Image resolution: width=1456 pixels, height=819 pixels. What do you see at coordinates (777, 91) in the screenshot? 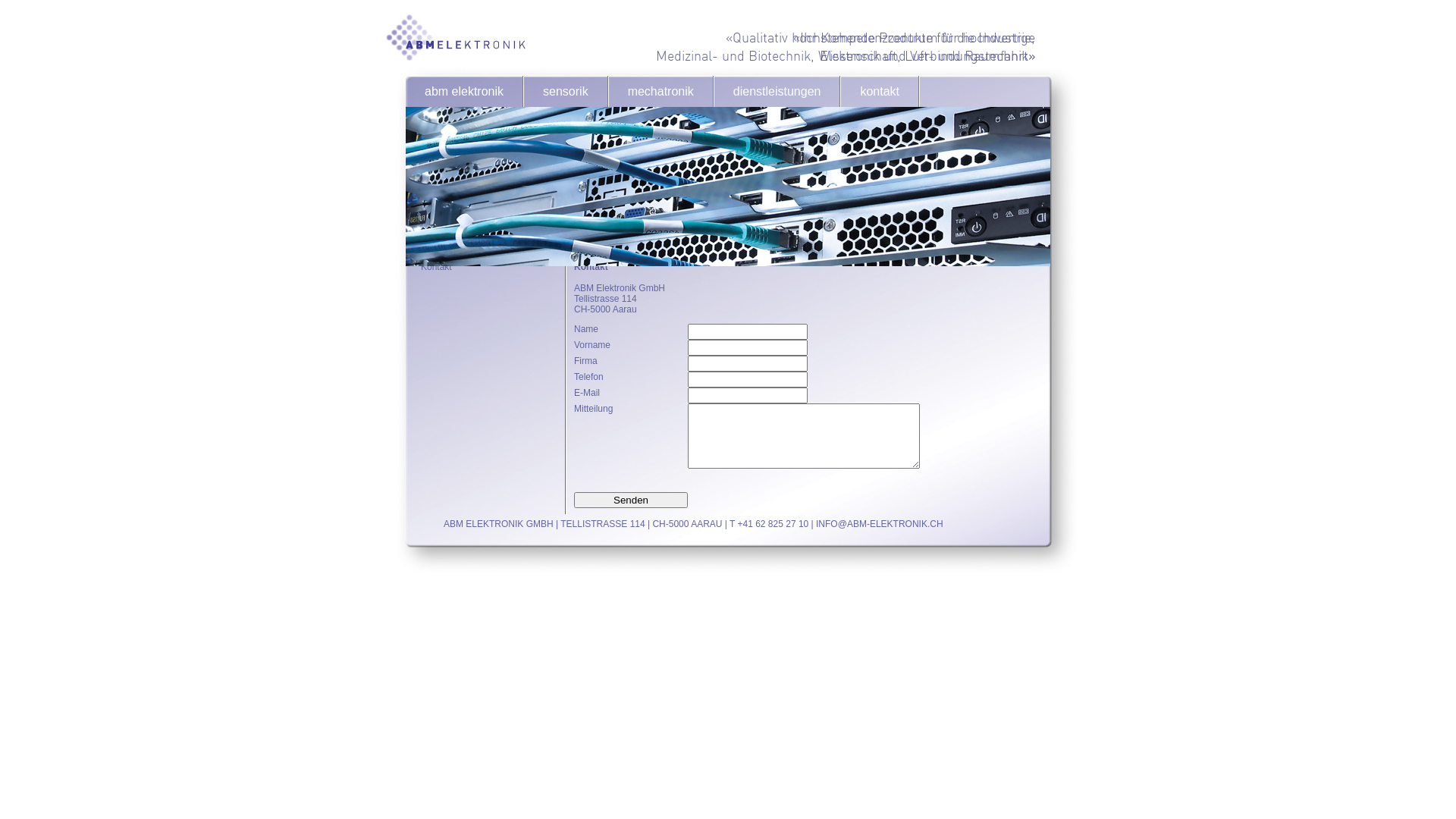
I see `'dienstleistungen'` at bounding box center [777, 91].